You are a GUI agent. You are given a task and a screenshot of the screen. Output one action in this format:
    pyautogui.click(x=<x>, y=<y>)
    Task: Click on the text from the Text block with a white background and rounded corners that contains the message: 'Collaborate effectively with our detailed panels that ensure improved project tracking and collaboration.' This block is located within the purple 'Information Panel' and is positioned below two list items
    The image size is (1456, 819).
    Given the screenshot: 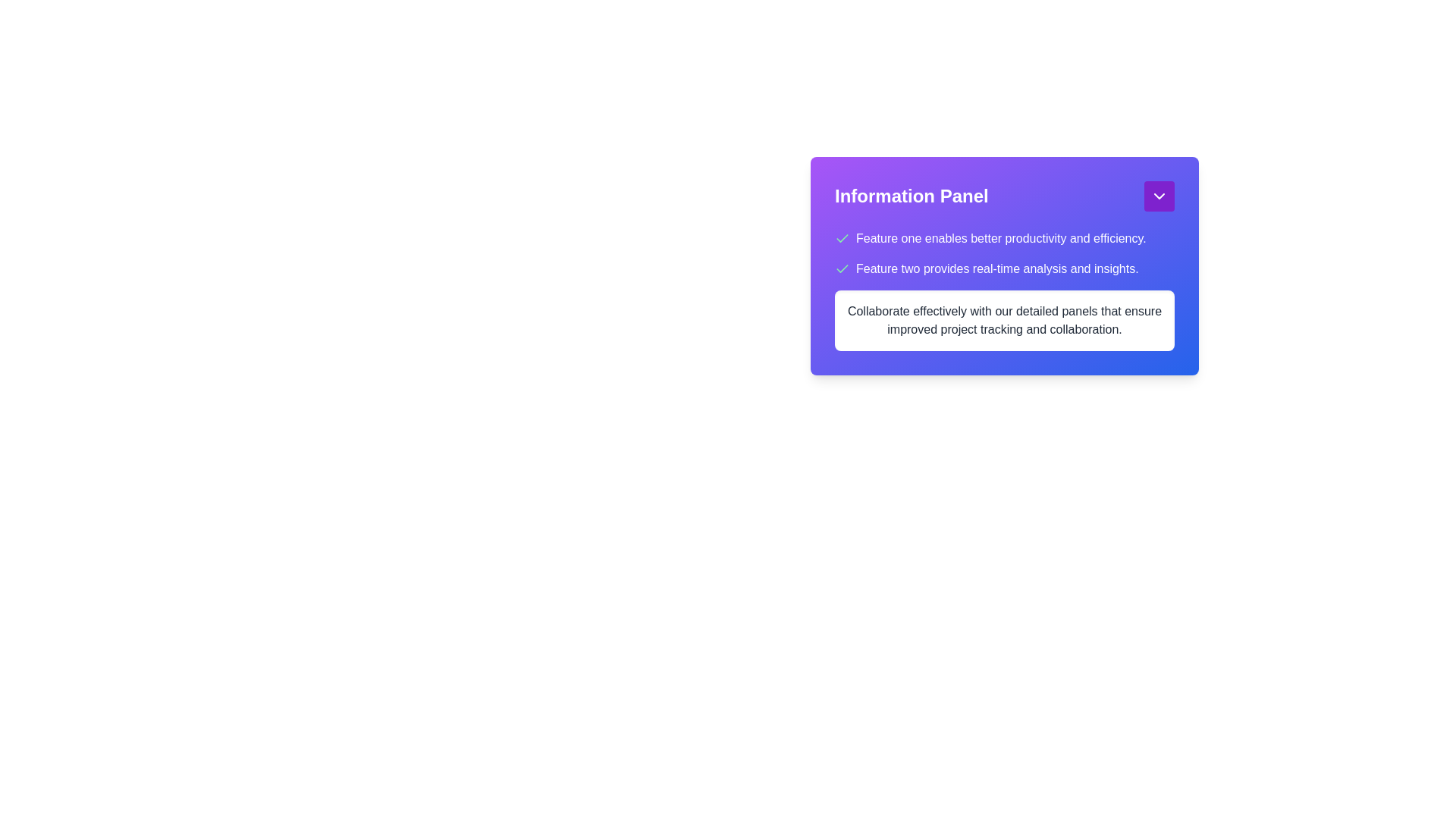 What is the action you would take?
    pyautogui.click(x=1004, y=320)
    